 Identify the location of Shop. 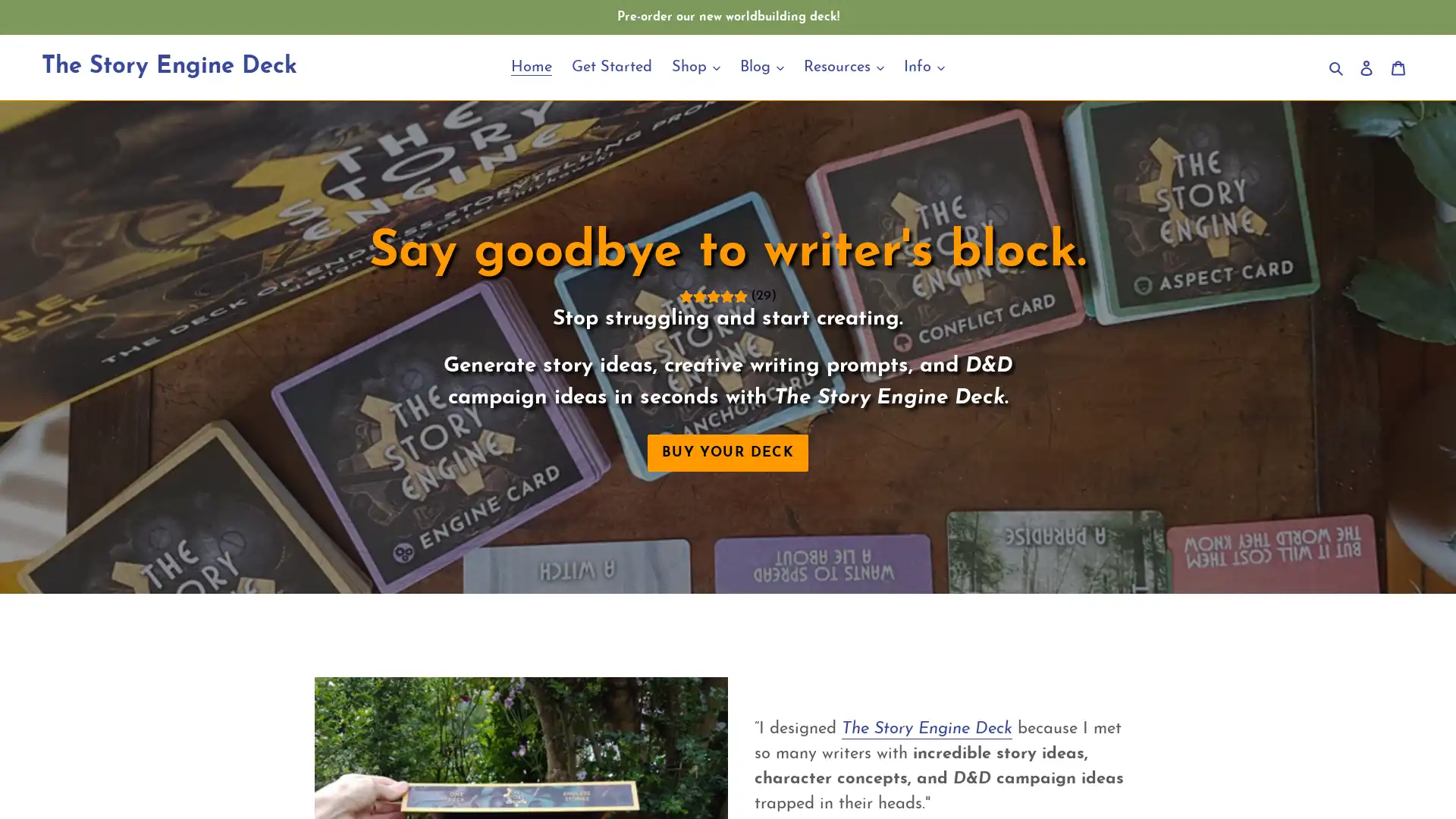
(695, 66).